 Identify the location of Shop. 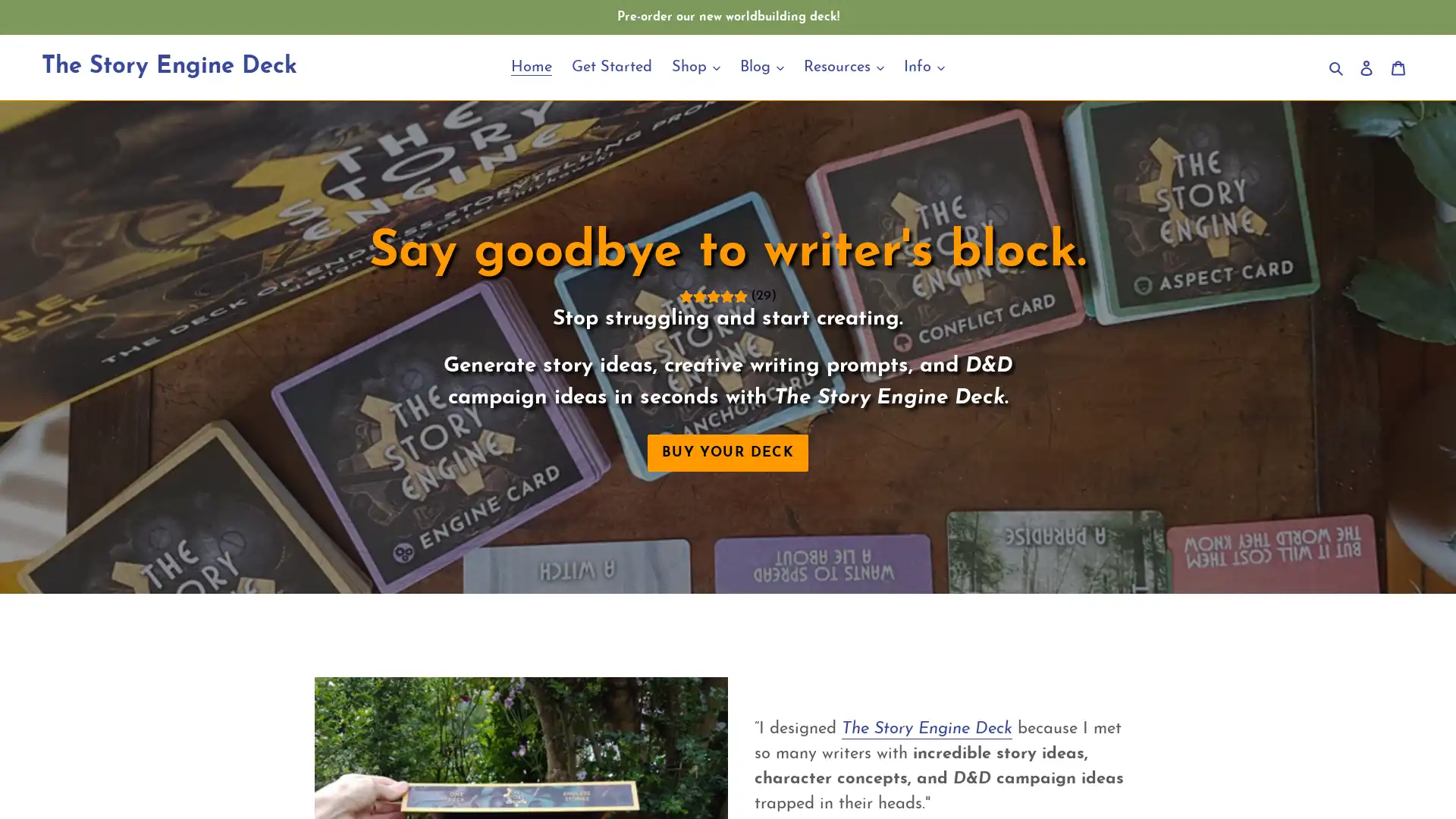
(695, 66).